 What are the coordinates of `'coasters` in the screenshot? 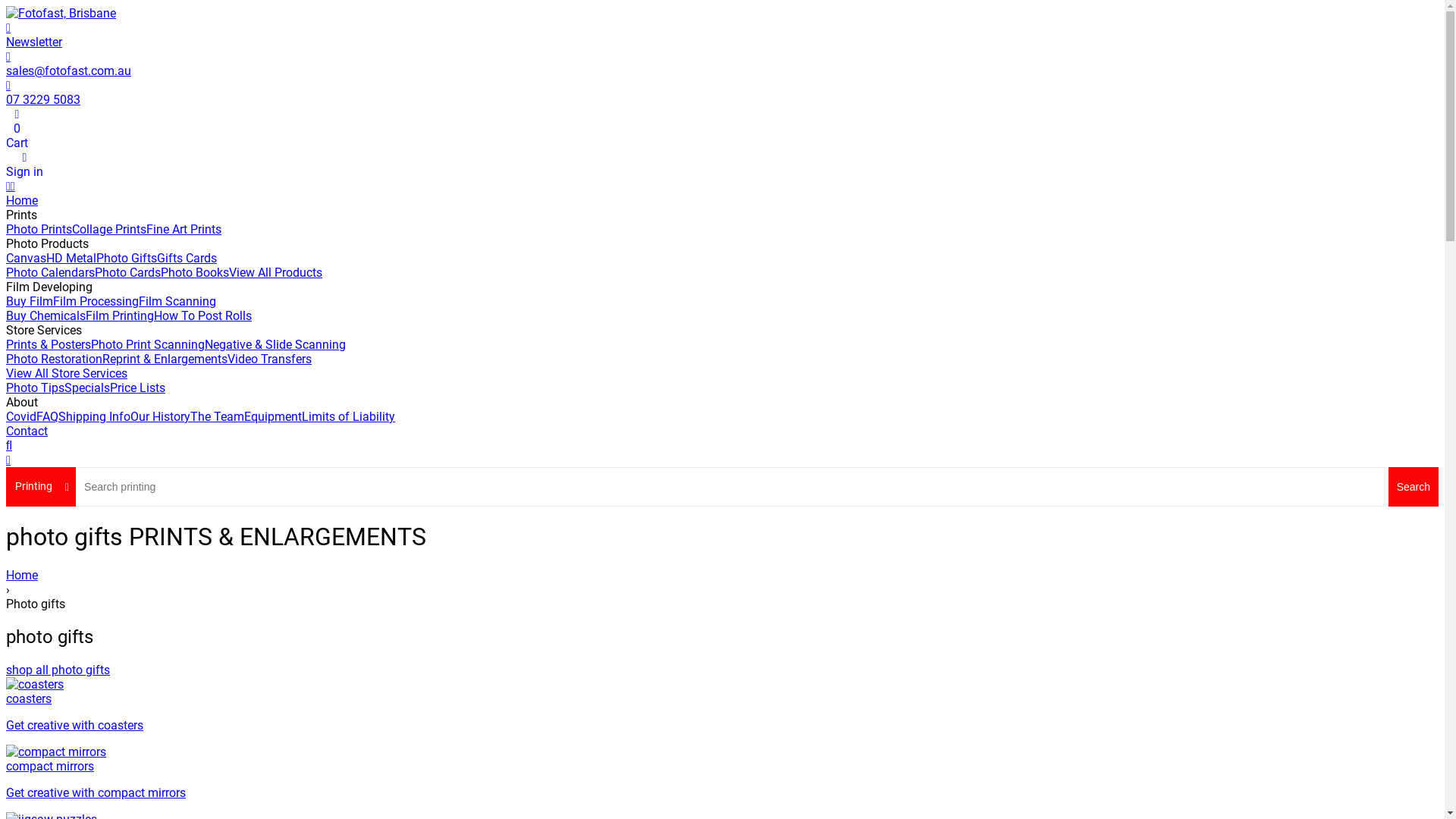 It's located at (721, 704).